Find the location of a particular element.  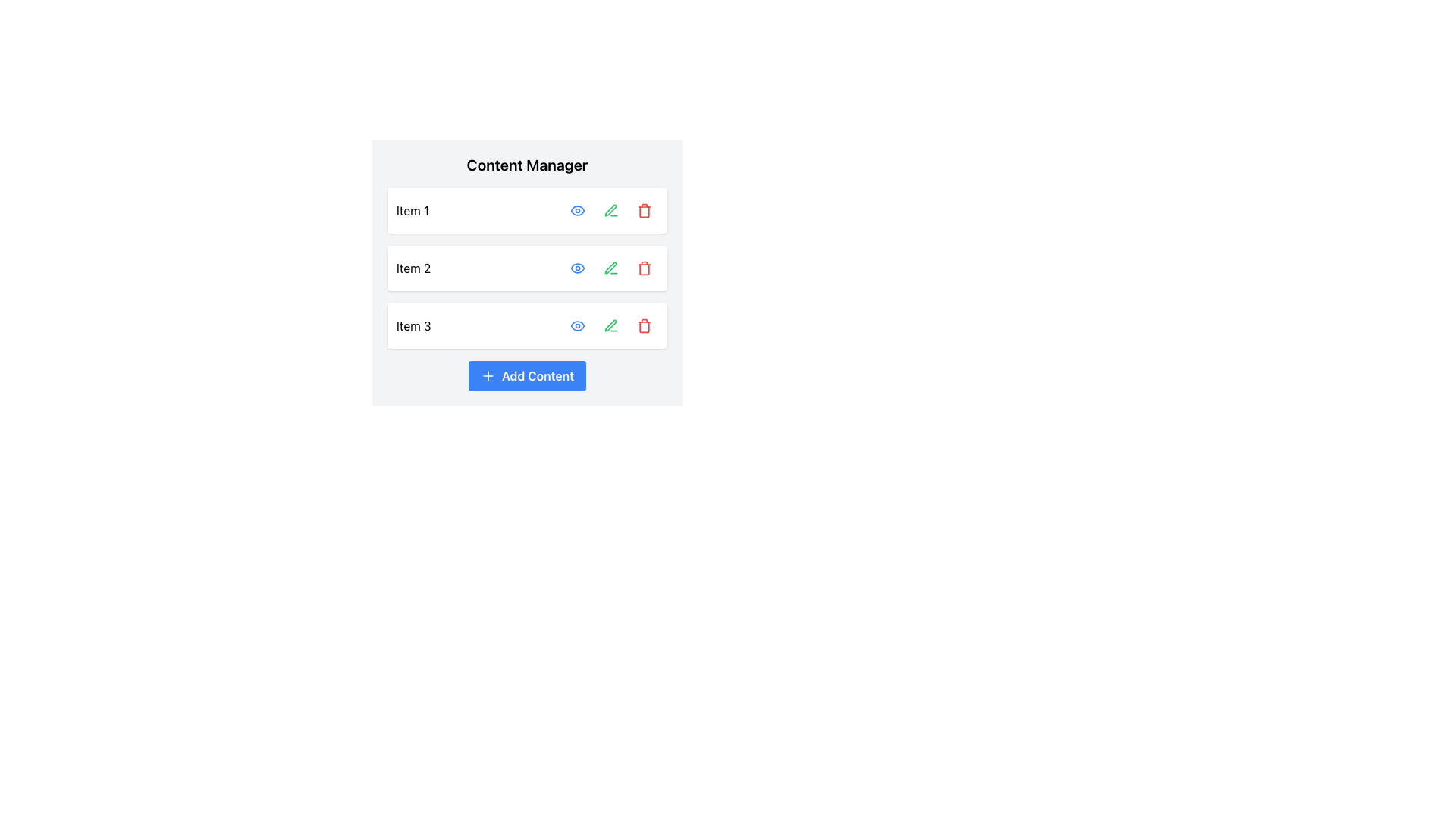

the red trash-bin icon button, which is the third button in the row of controls for the second content item under 'Content Manager' is located at coordinates (644, 268).